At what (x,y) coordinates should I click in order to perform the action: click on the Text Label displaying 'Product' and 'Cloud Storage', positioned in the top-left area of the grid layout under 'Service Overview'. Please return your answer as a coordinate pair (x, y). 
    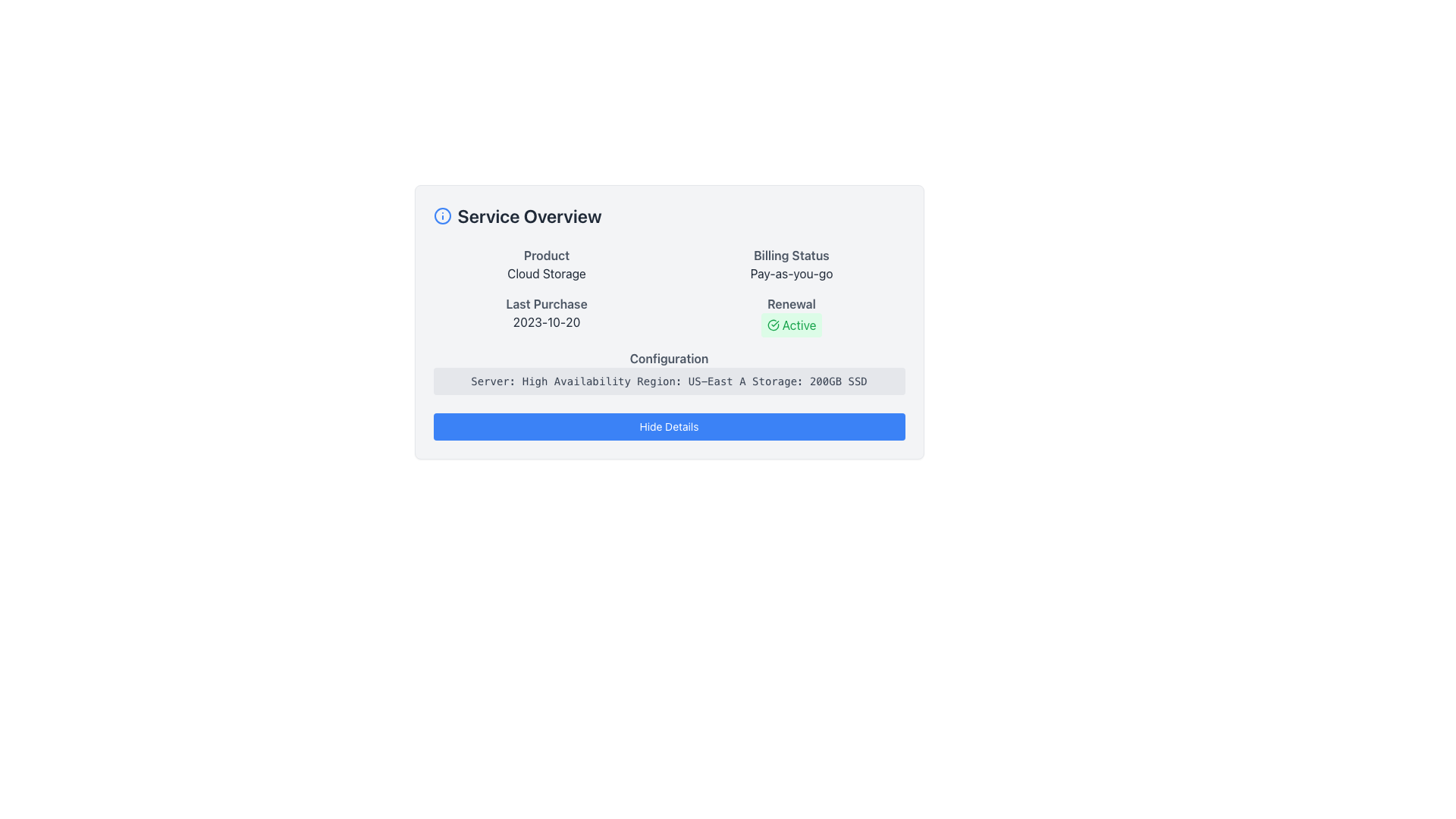
    Looking at the image, I should click on (546, 263).